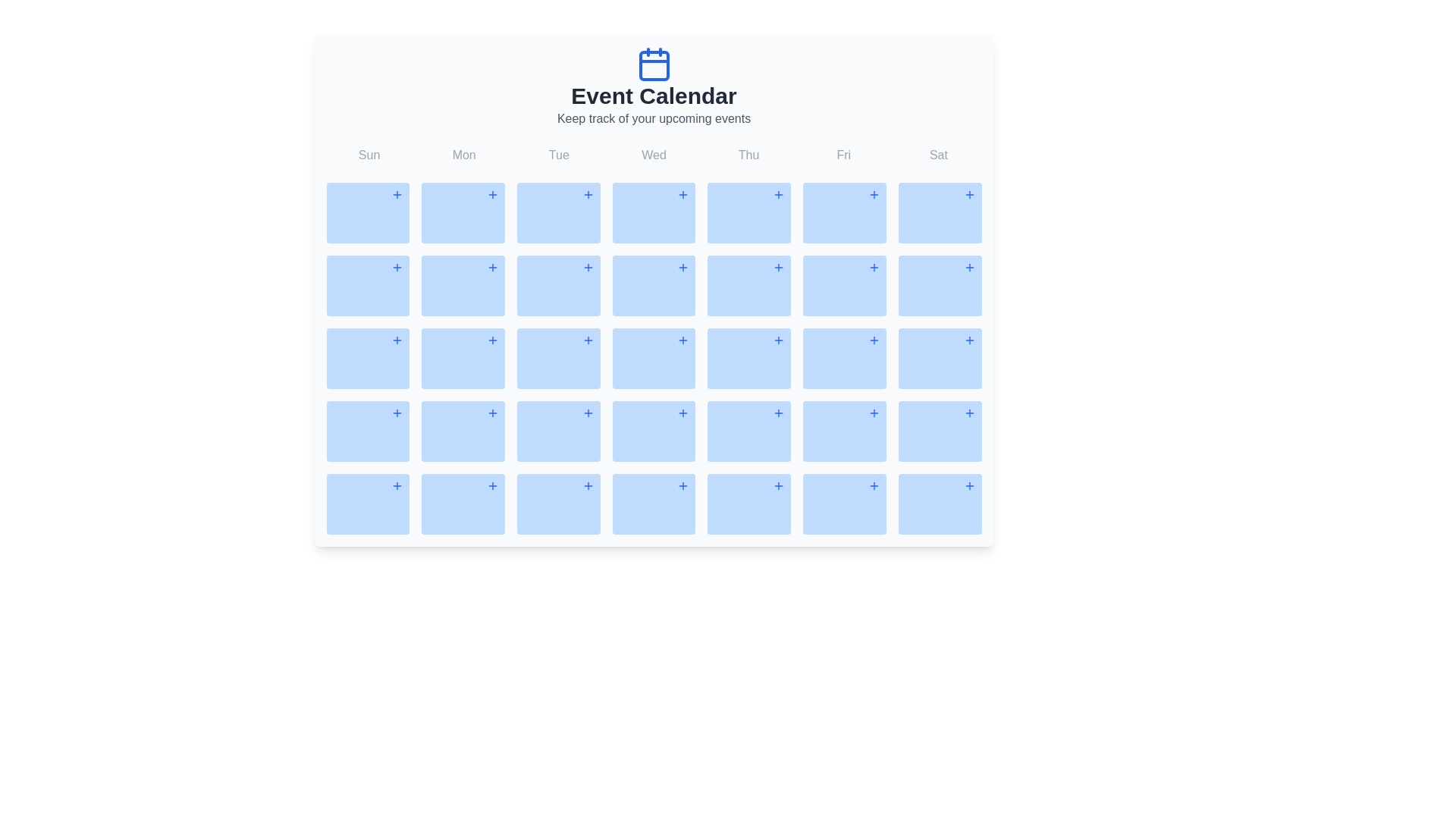 This screenshot has height=819, width=1456. Describe the element at coordinates (492, 267) in the screenshot. I see `the blue plus icon button located in the top-right corner of the calendar cell under the Monday column in the second row` at that location.